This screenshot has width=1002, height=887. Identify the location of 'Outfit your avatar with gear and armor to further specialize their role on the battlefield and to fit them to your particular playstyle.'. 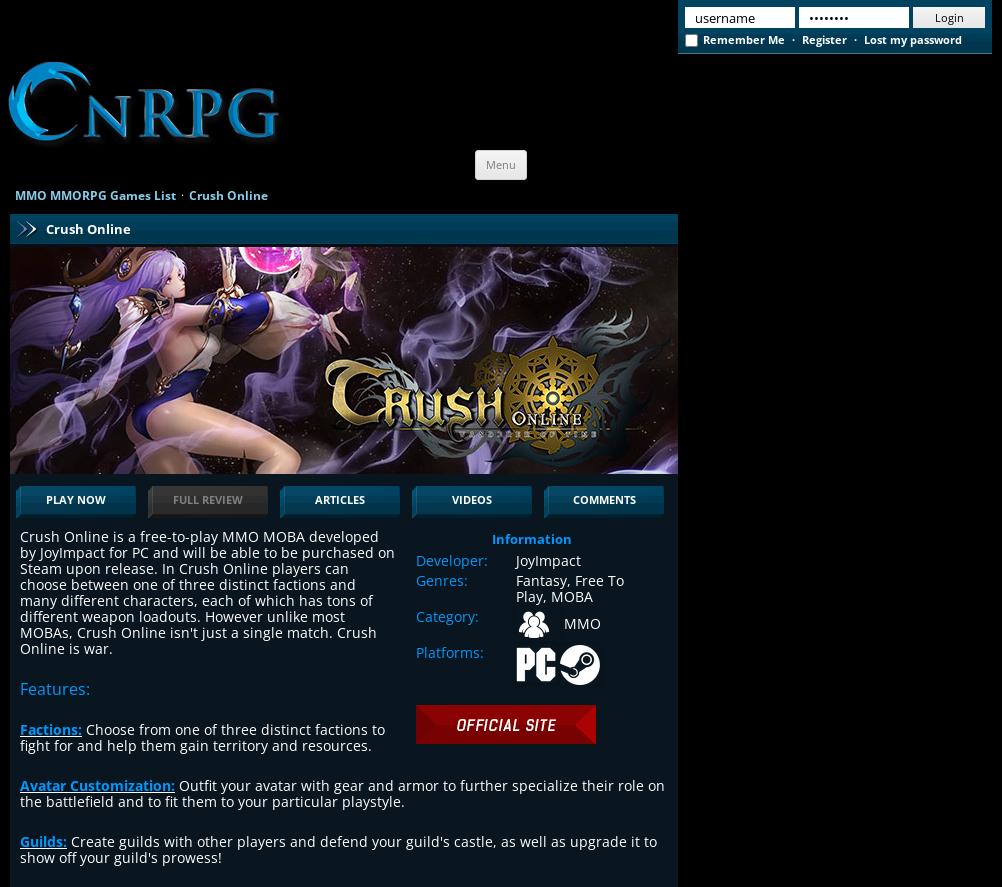
(342, 792).